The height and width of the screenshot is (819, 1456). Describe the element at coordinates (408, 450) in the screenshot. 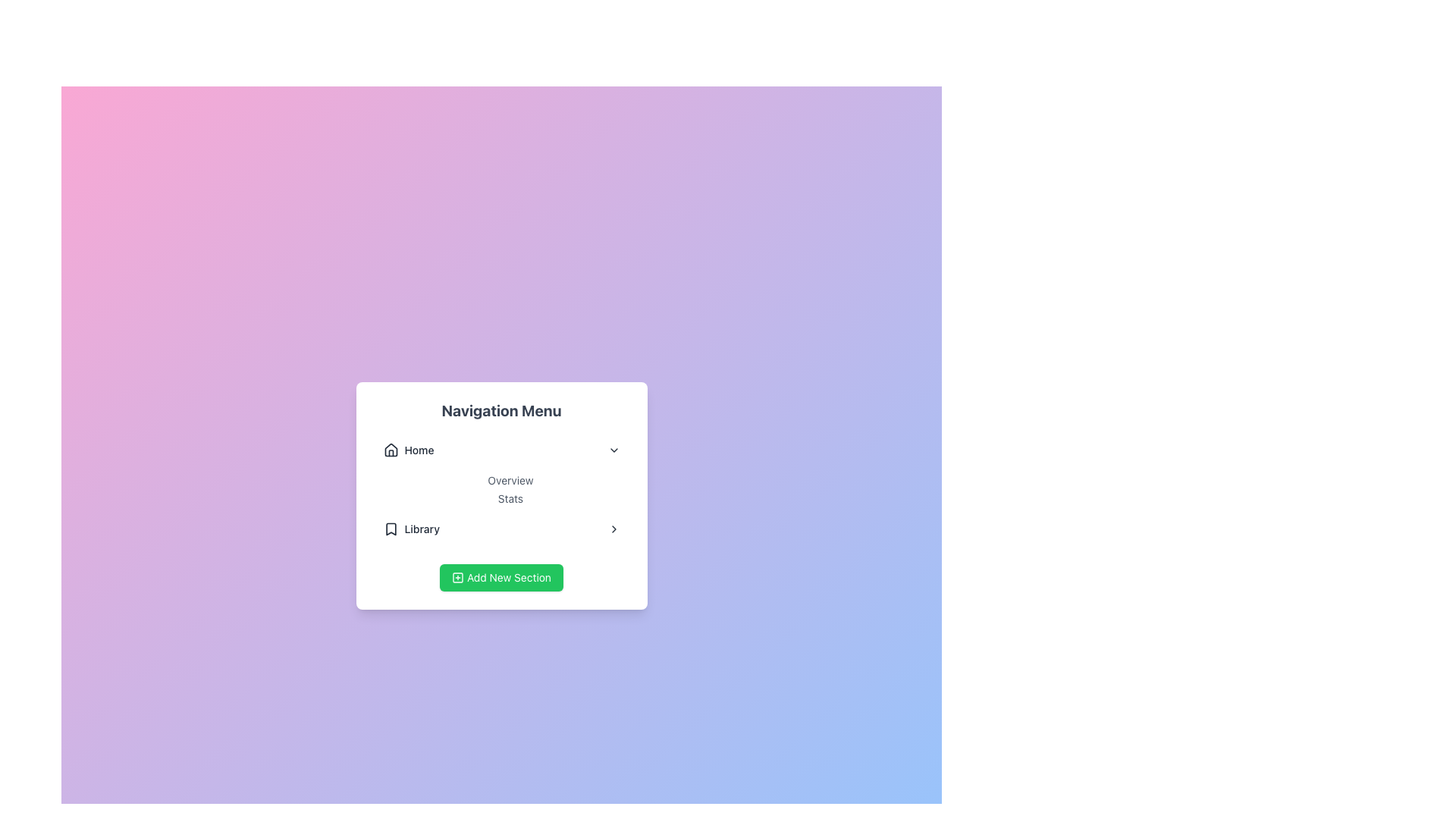

I see `the 'Home' label with the house-shaped icon located in the top-left section of the navigation menu, above the 'Library' entry` at that location.